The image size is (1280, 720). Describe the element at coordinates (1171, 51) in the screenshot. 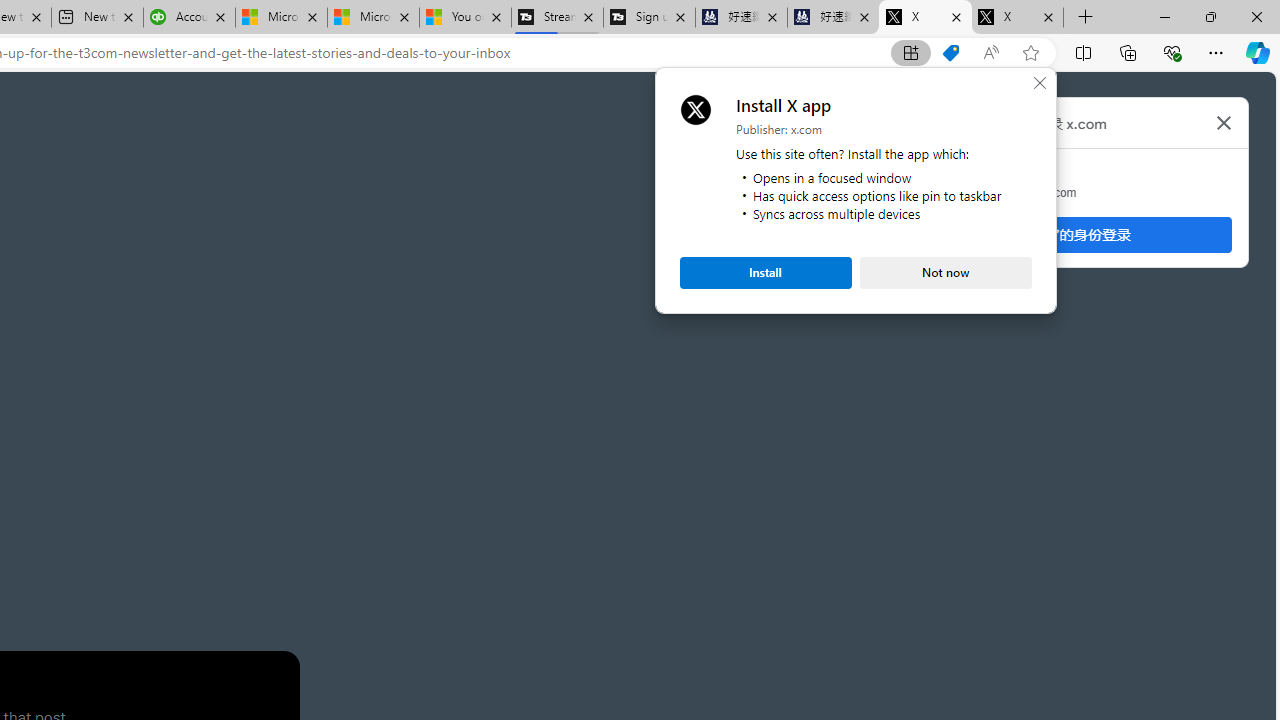

I see `'Browser essentials'` at that location.